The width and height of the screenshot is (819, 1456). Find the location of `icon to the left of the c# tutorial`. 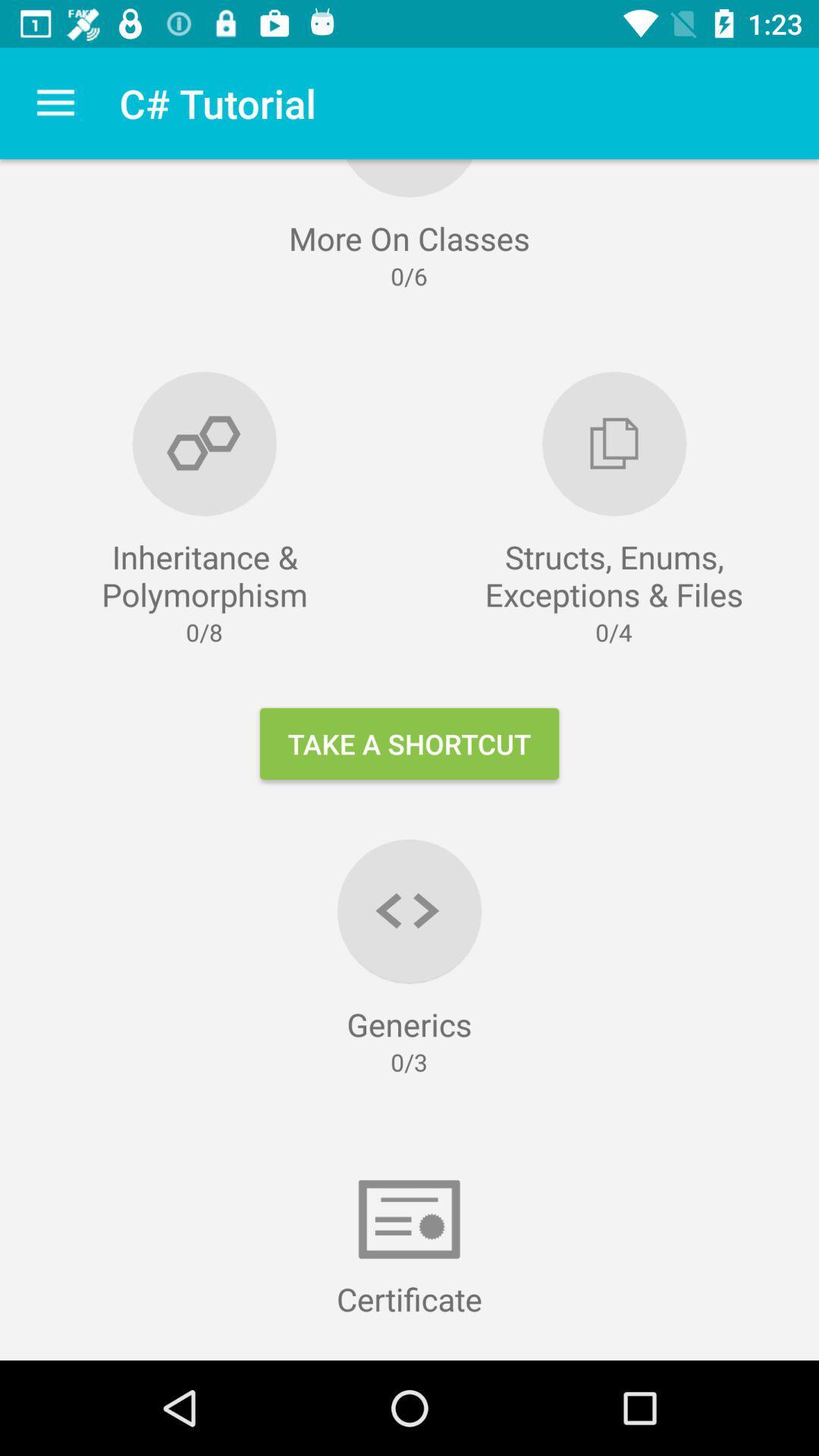

icon to the left of the c# tutorial is located at coordinates (55, 102).